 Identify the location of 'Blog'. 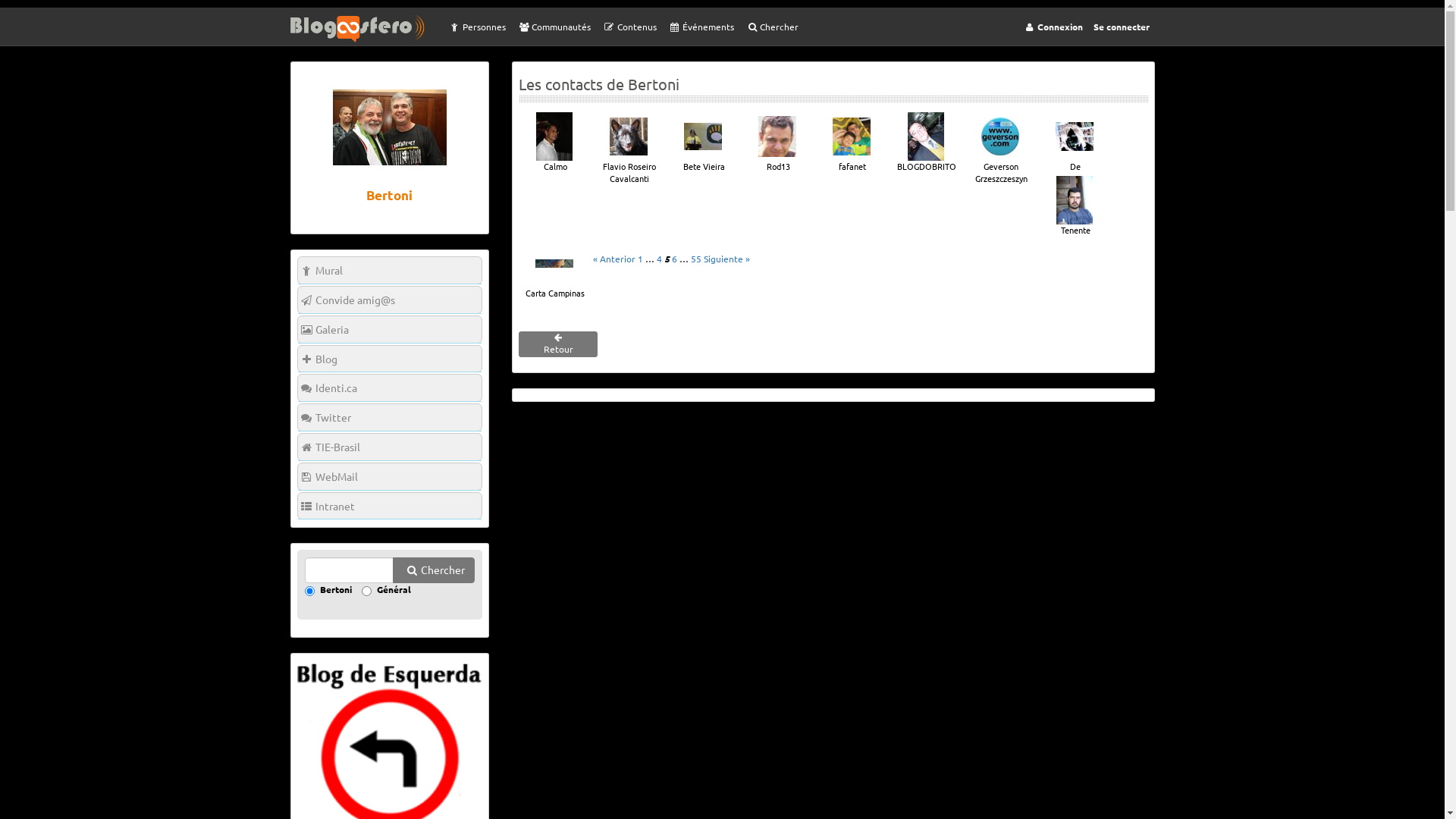
(389, 359).